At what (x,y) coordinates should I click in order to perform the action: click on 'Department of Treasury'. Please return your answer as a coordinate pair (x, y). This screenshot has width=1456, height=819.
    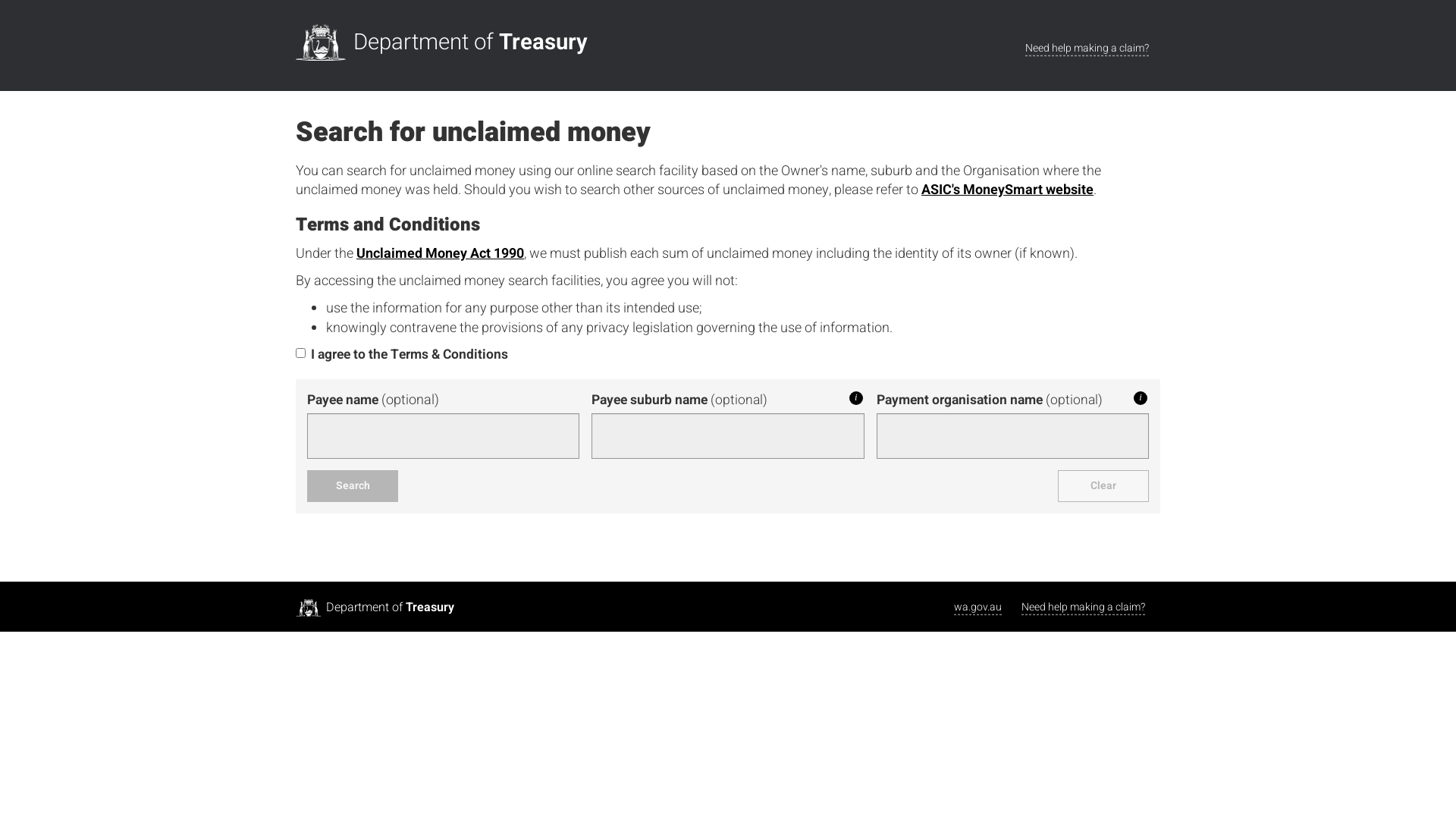
    Looking at the image, I should click on (444, 42).